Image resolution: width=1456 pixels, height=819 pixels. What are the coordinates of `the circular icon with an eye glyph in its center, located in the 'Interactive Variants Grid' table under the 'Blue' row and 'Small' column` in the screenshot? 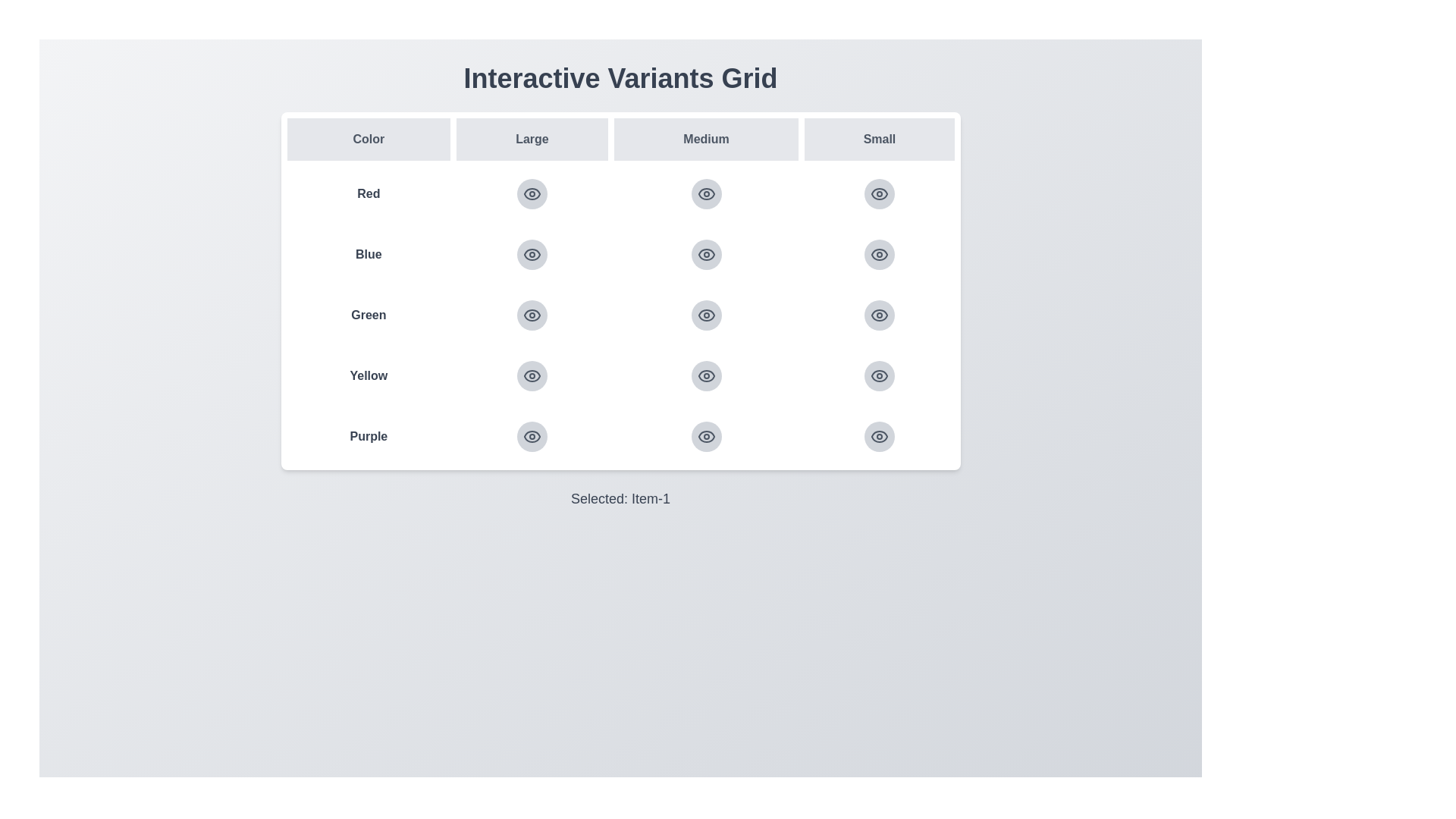 It's located at (880, 253).